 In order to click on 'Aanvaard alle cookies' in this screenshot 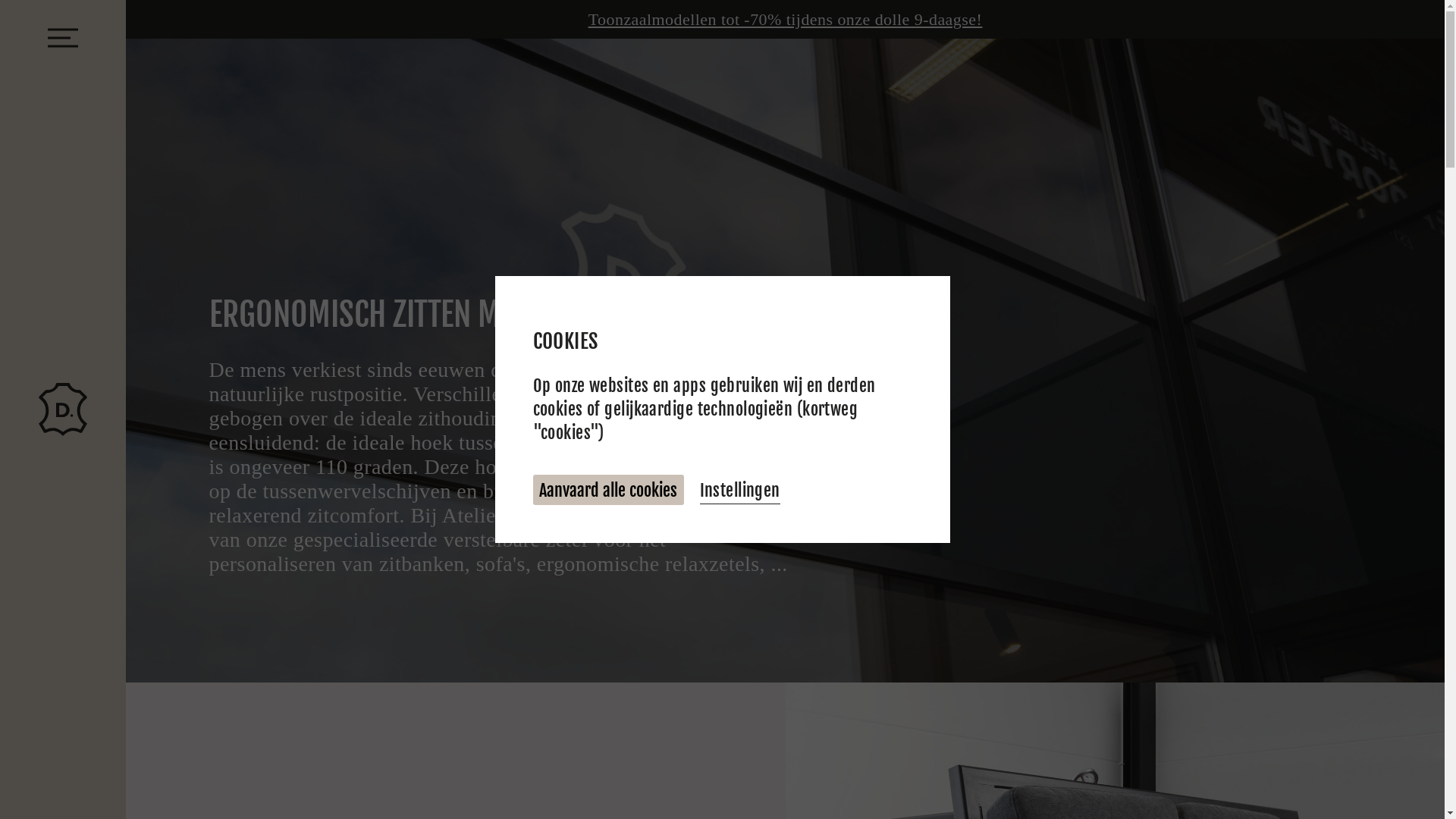, I will do `click(607, 490)`.